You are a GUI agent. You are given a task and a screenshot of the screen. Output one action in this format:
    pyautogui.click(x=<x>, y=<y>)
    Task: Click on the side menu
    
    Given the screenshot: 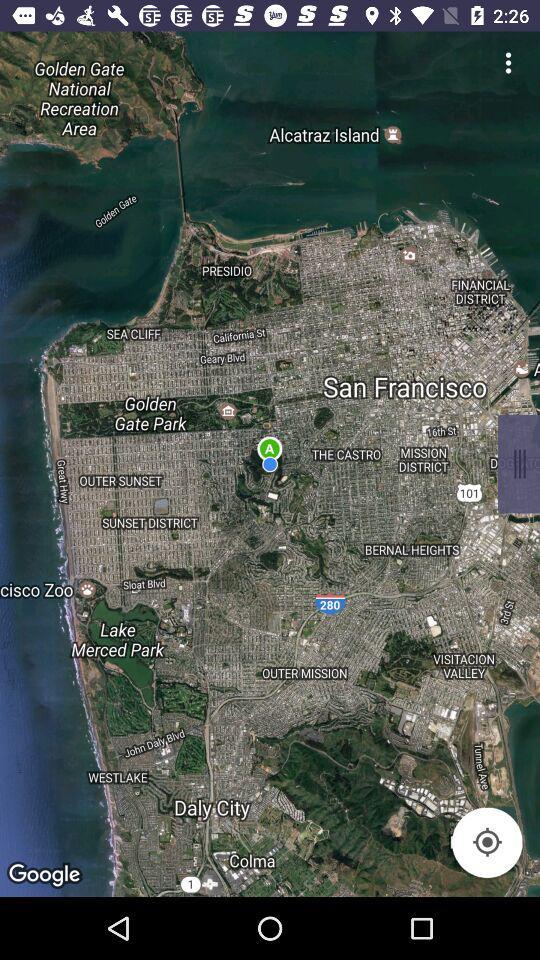 What is the action you would take?
    pyautogui.click(x=508, y=62)
    